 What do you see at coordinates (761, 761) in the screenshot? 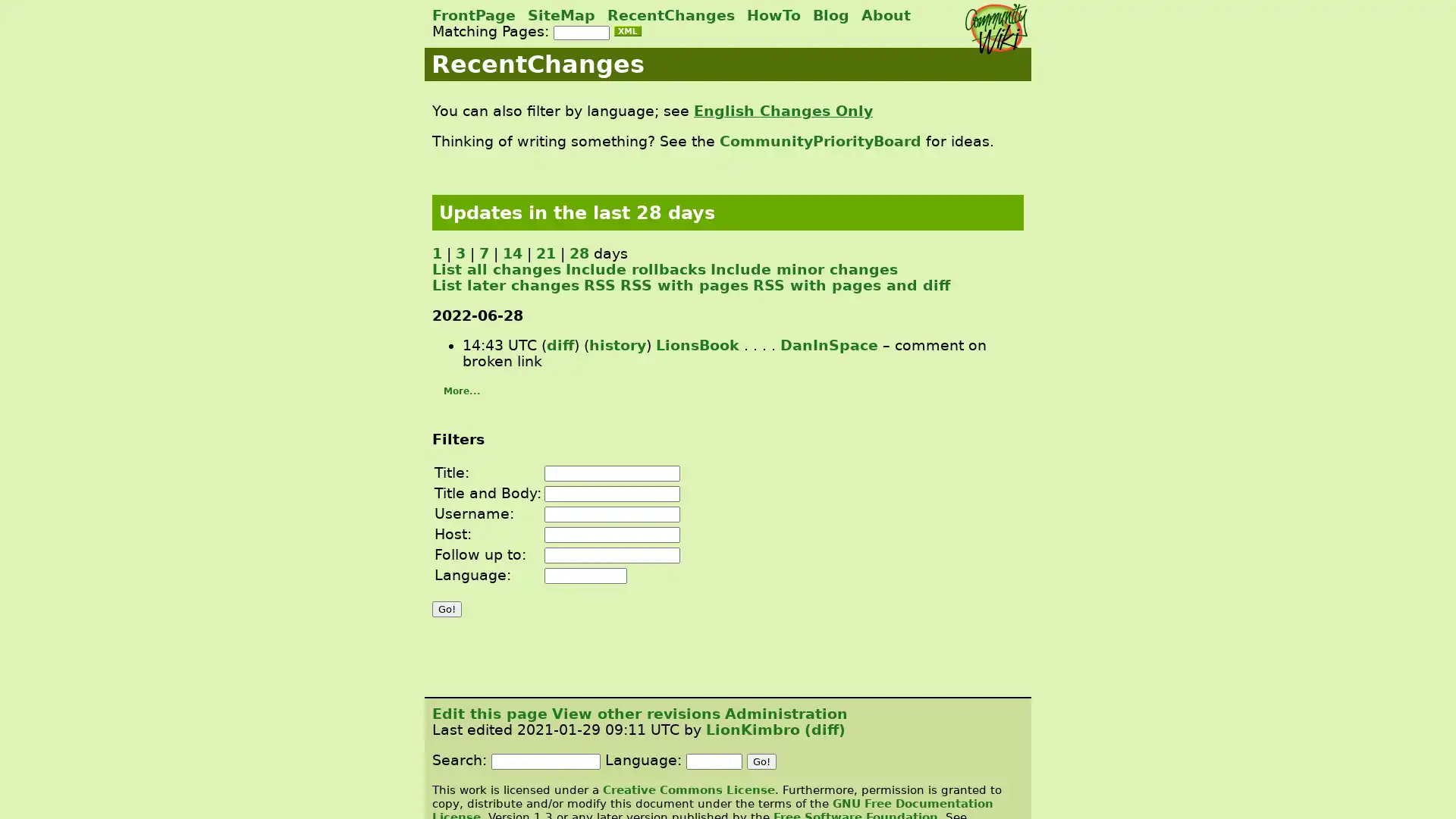
I see `Go!` at bounding box center [761, 761].